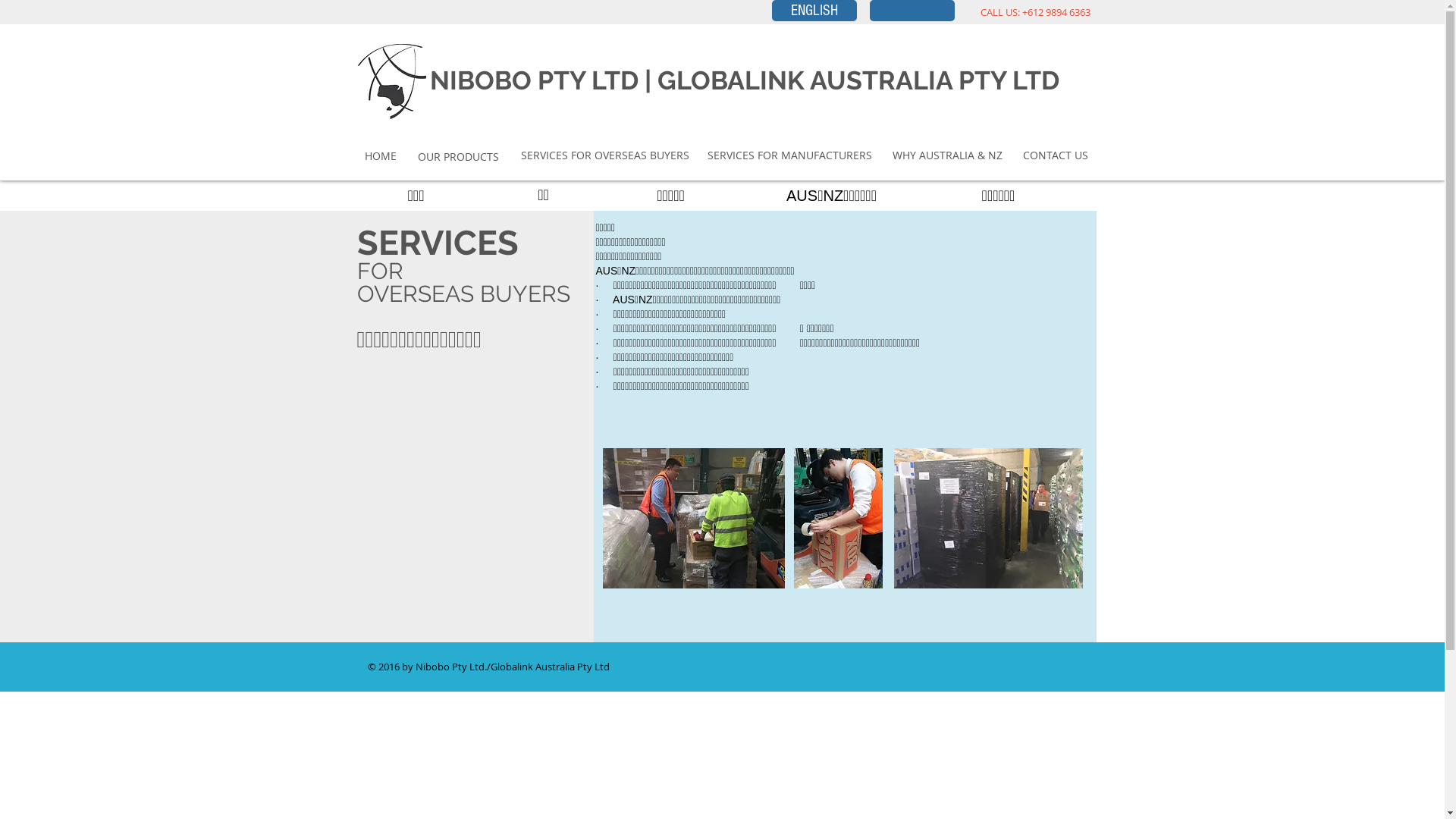 This screenshot has height=819, width=1456. What do you see at coordinates (603, 155) in the screenshot?
I see `'SERVICES FOR OVERSEAS BUYERS'` at bounding box center [603, 155].